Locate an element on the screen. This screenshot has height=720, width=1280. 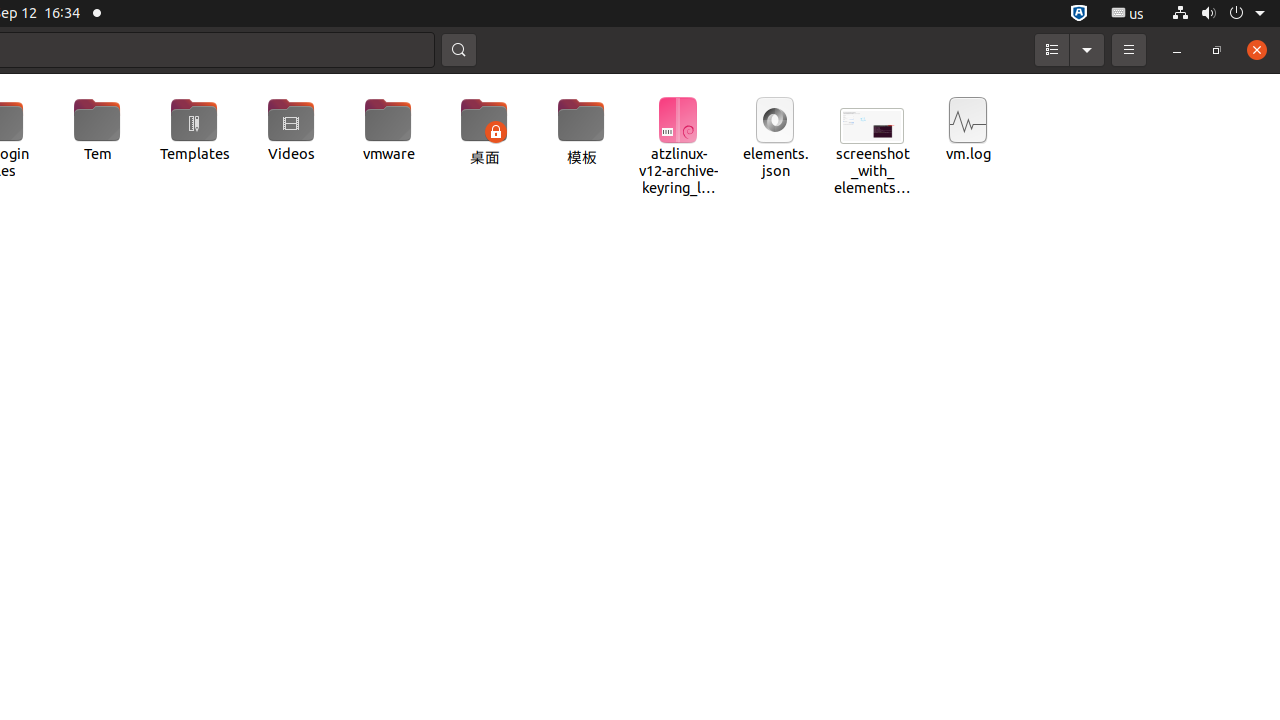
'Close' is located at coordinates (1255, 48).